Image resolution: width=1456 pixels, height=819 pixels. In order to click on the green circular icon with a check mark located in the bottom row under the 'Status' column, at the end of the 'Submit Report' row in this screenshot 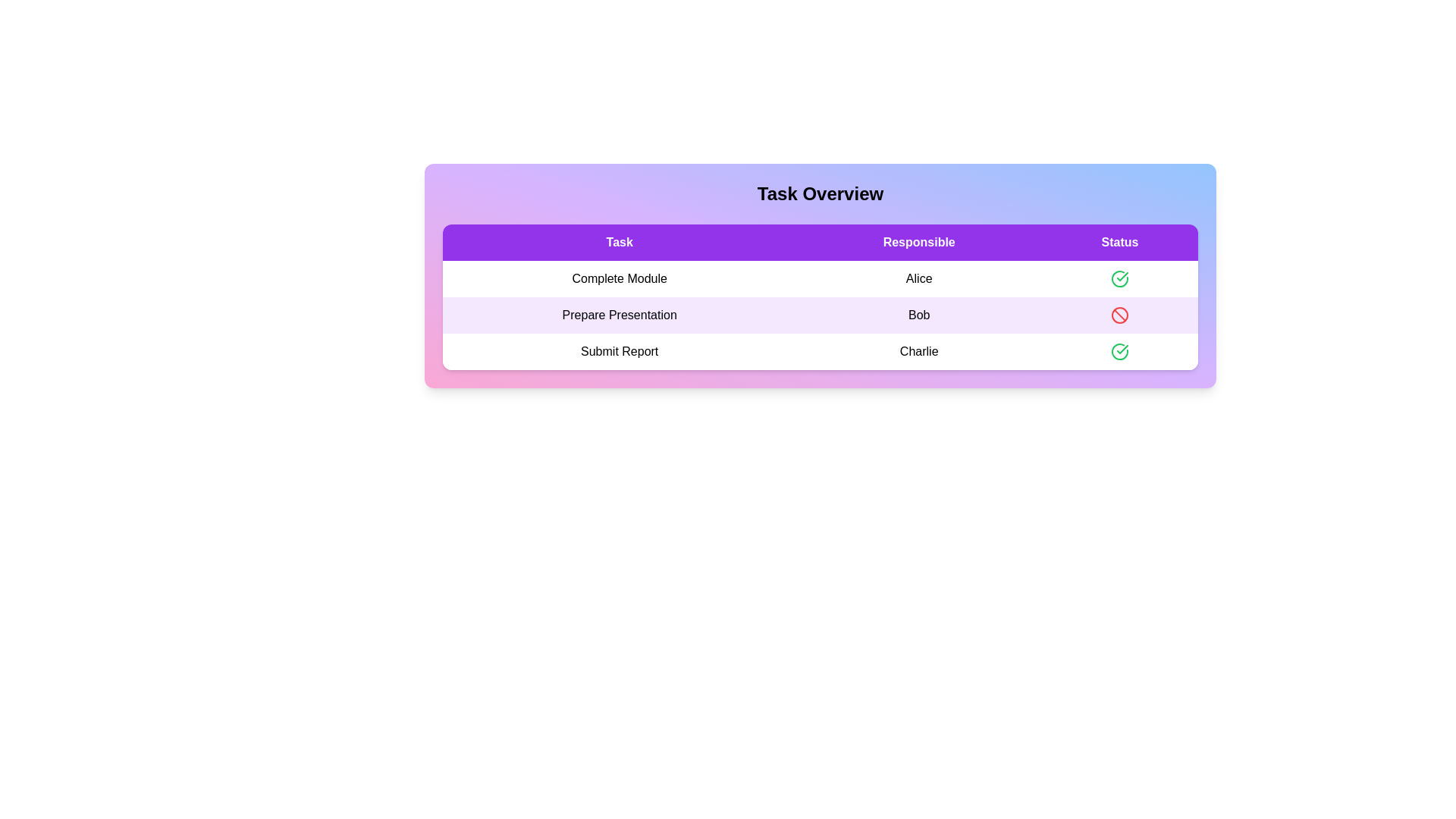, I will do `click(1120, 351)`.